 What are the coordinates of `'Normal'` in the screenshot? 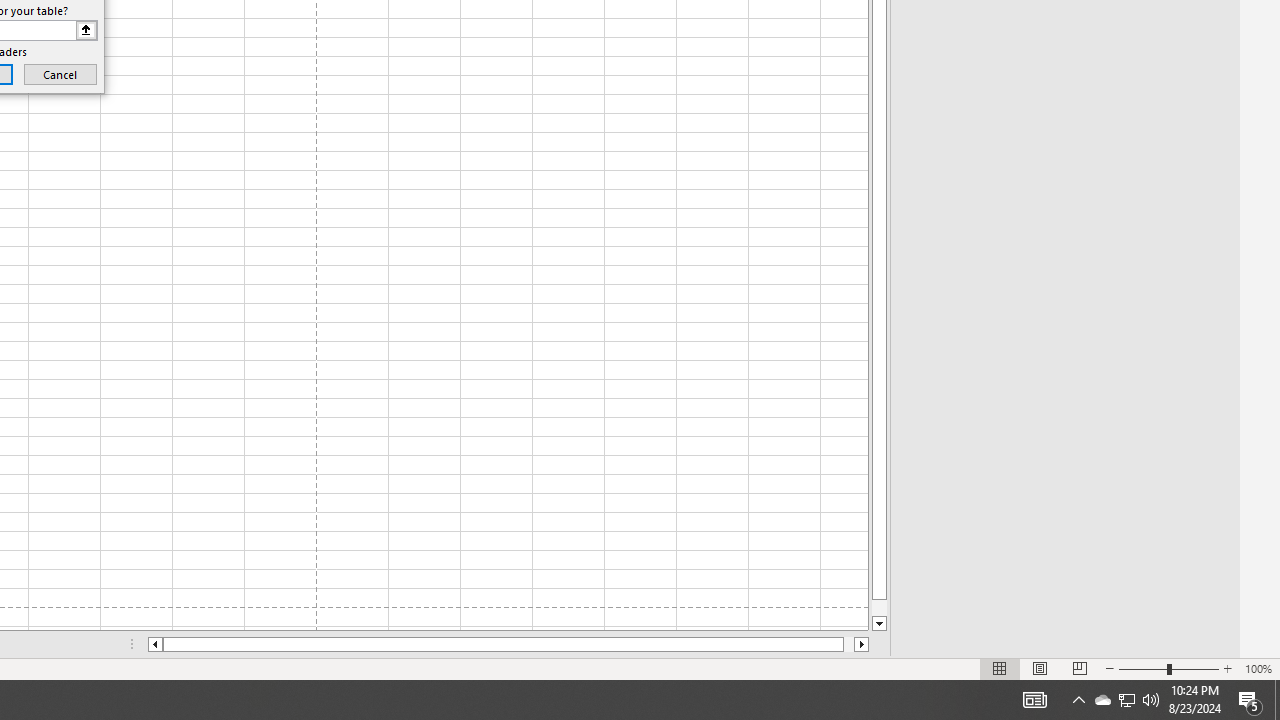 It's located at (1000, 669).